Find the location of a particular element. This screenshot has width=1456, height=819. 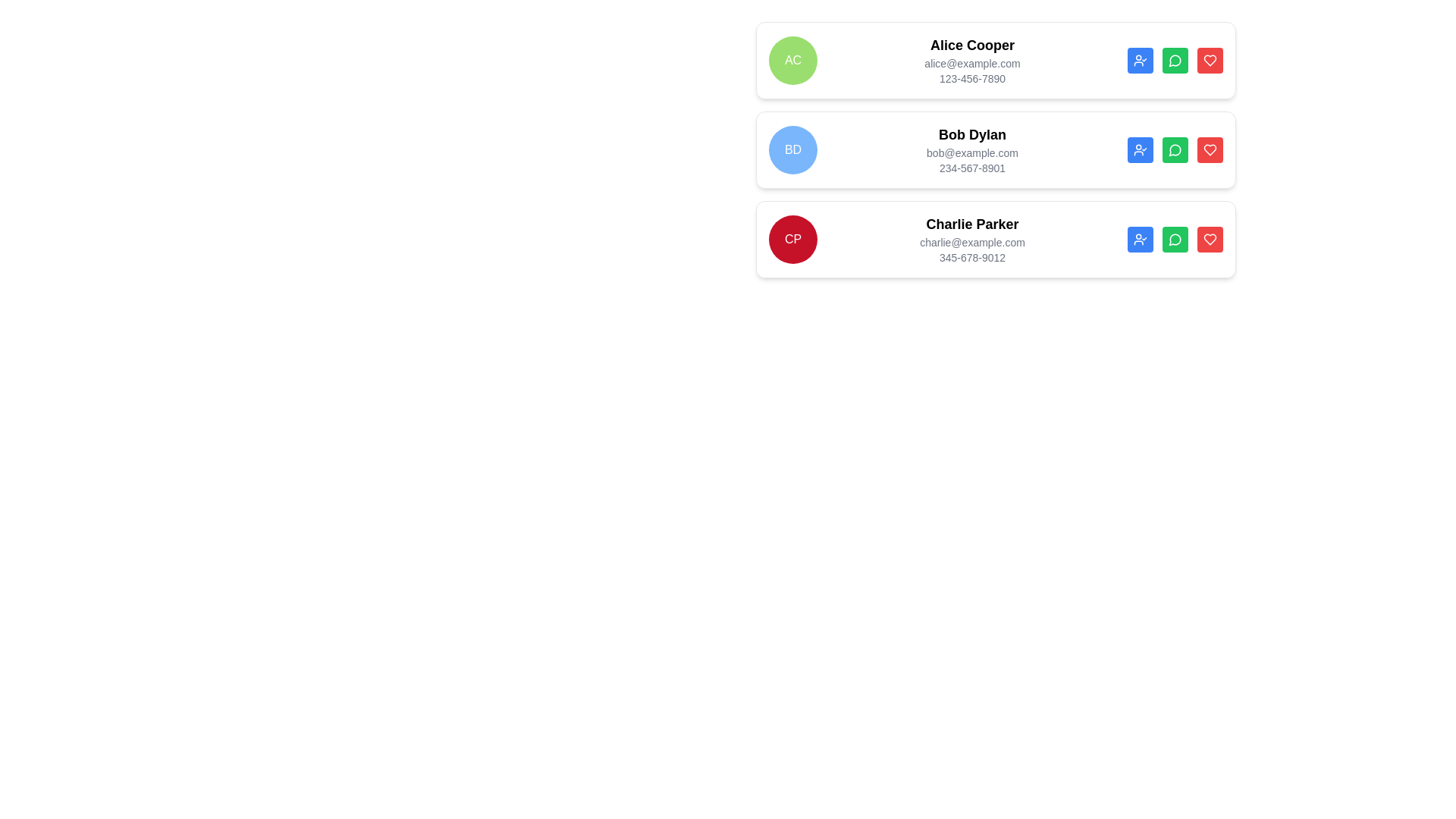

the SVG icon of a speech bubble within the green circular button for 'Alice Cooper' is located at coordinates (1175, 60).